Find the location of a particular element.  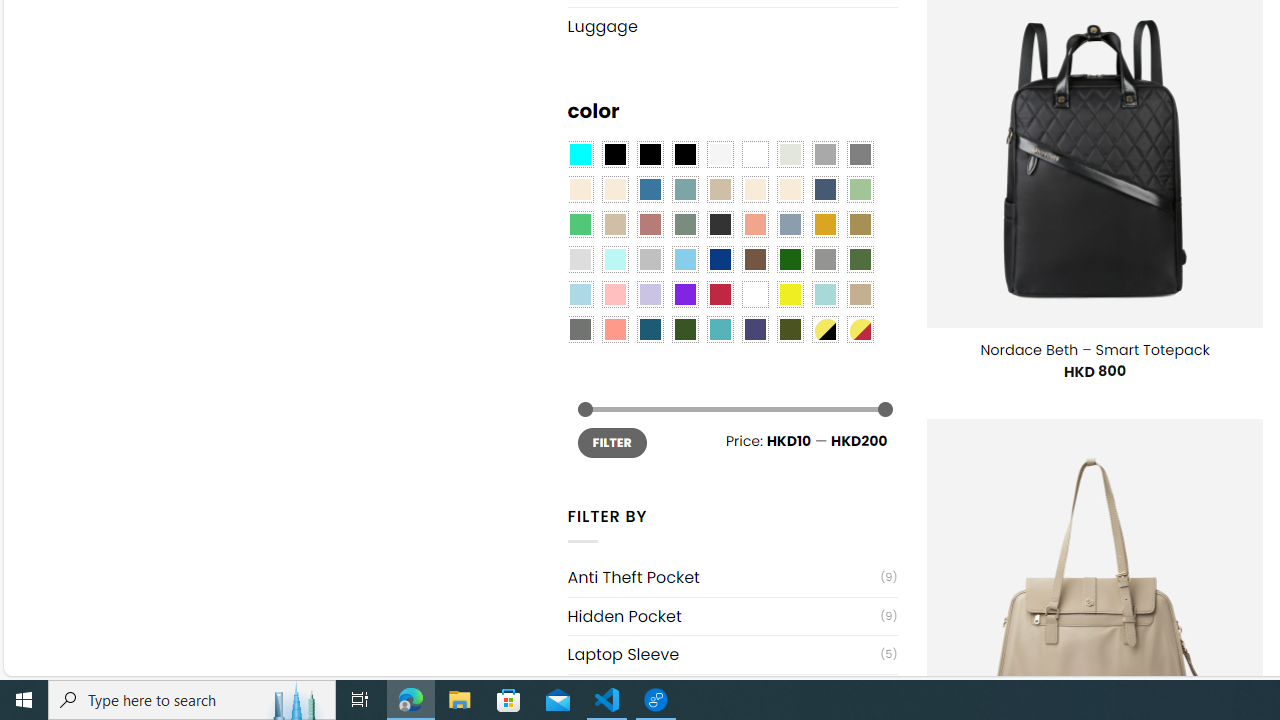

'Forest' is located at coordinates (684, 328).